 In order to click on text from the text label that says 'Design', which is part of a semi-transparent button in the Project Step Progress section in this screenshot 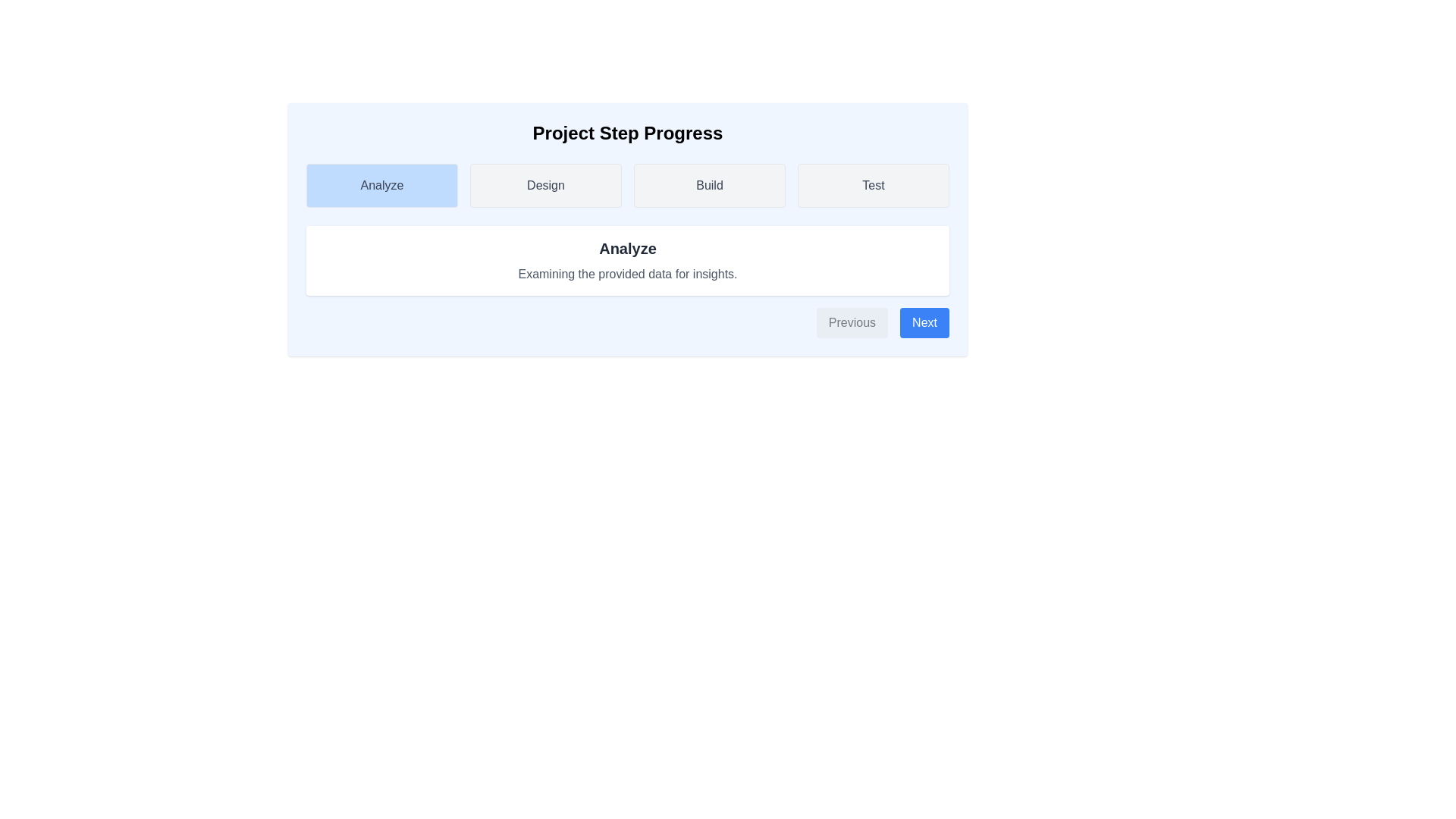, I will do `click(546, 184)`.